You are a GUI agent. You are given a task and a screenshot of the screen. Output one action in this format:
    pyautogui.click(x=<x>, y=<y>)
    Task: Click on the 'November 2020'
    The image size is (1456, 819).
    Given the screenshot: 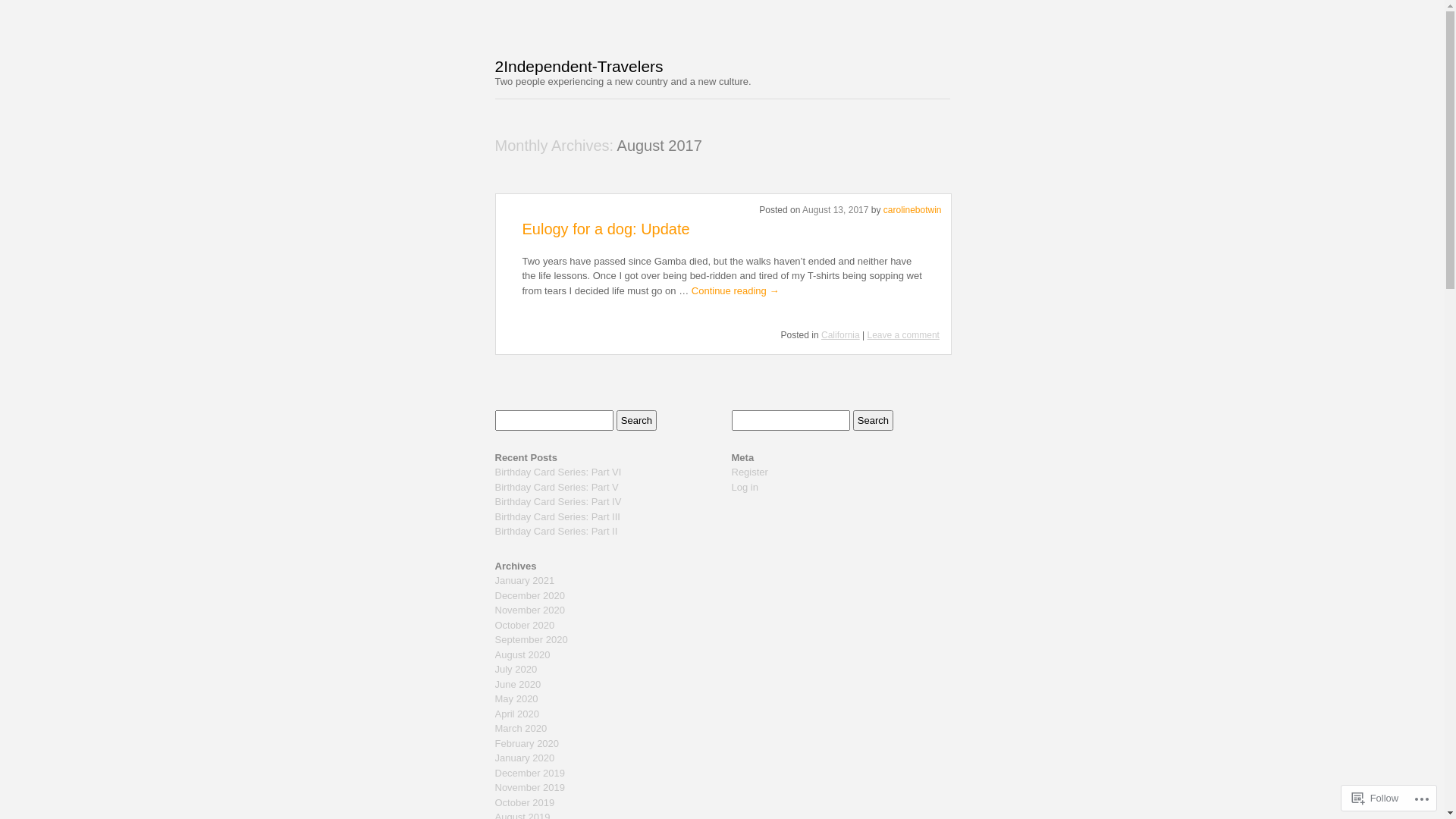 What is the action you would take?
    pyautogui.click(x=529, y=609)
    